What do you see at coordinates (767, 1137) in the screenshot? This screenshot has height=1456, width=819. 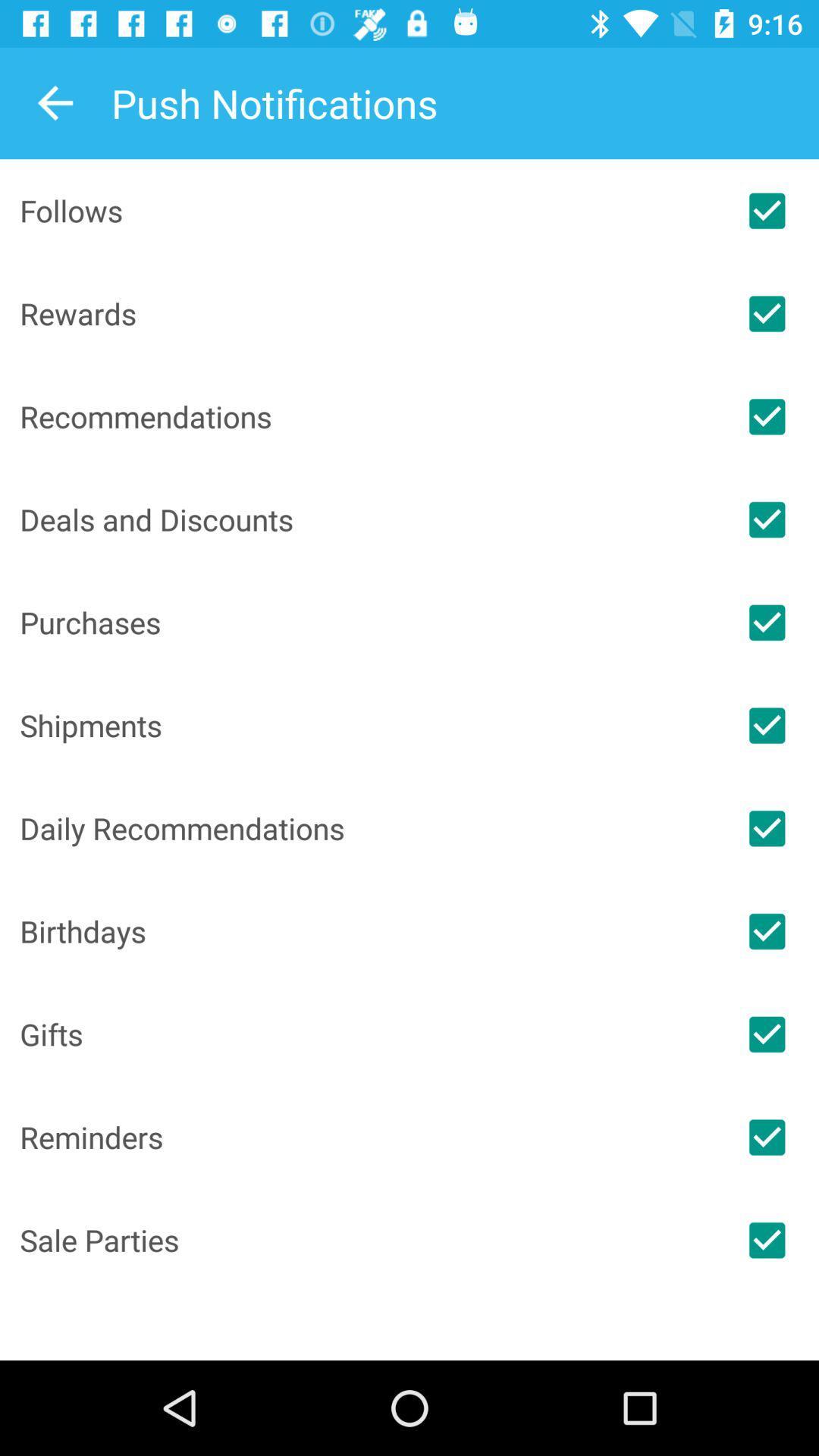 I see `make a selection for reminders` at bounding box center [767, 1137].